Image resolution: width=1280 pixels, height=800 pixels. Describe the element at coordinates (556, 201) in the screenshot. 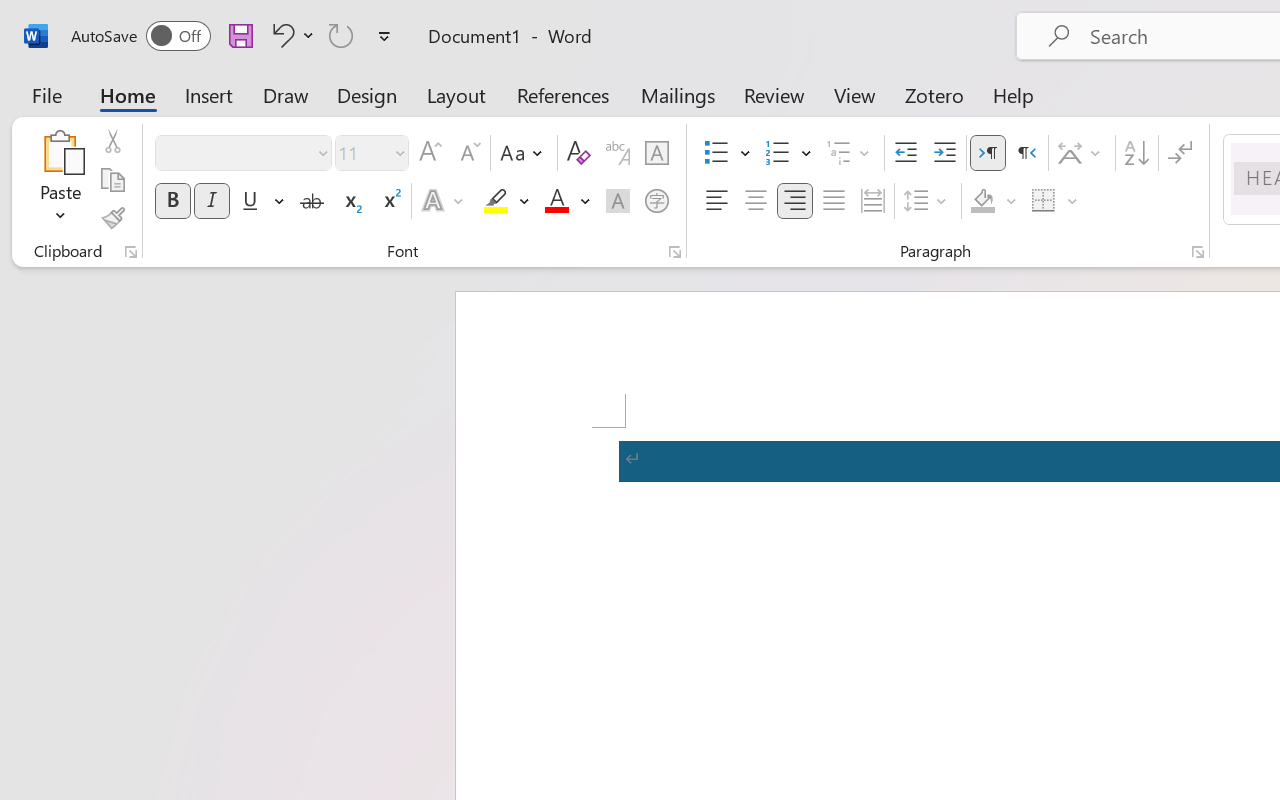

I see `'Font Color RGB(255, 0, 0)'` at that location.